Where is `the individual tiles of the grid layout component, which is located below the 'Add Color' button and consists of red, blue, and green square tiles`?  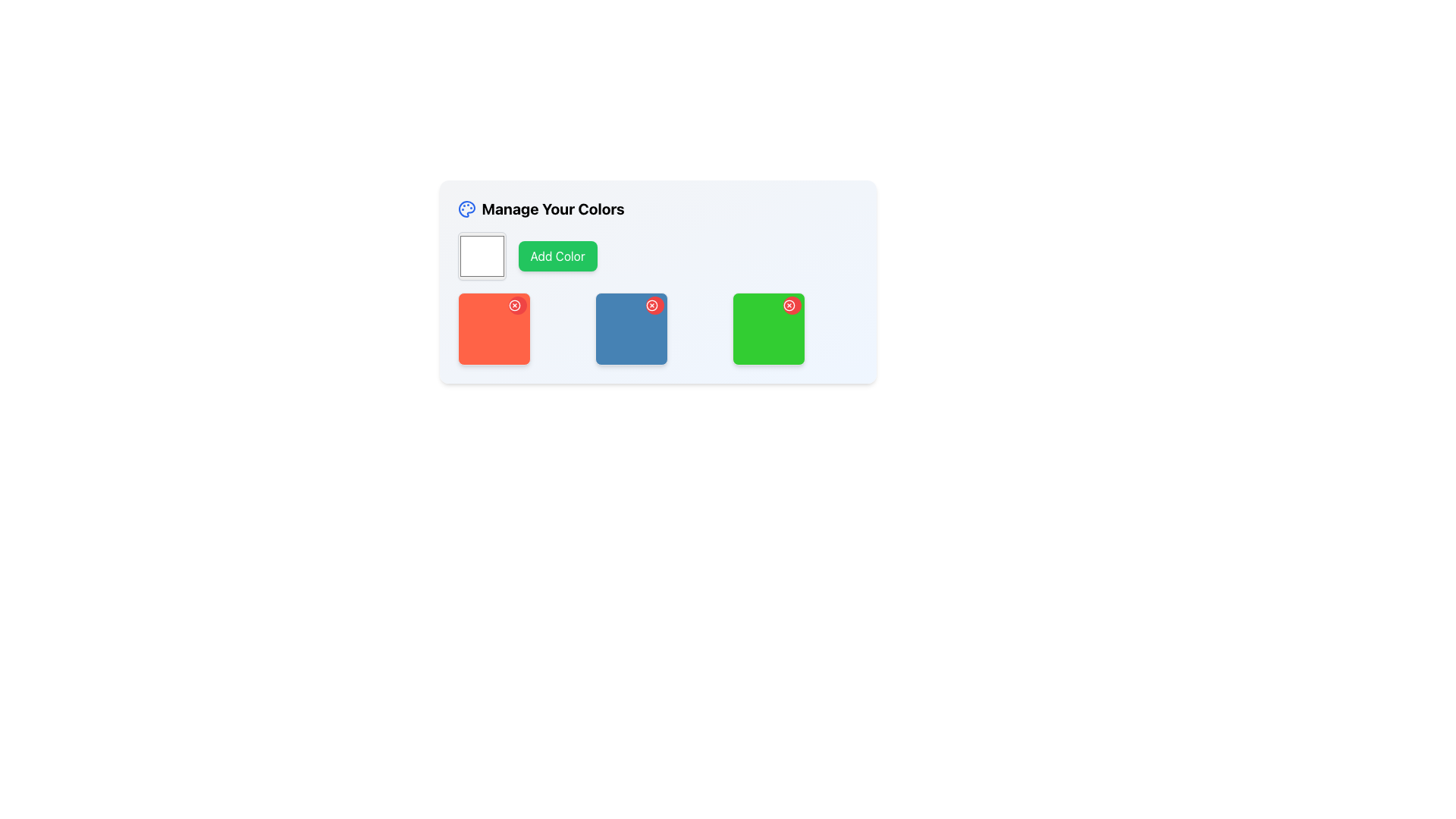 the individual tiles of the grid layout component, which is located below the 'Add Color' button and consists of red, blue, and green square tiles is located at coordinates (657, 328).